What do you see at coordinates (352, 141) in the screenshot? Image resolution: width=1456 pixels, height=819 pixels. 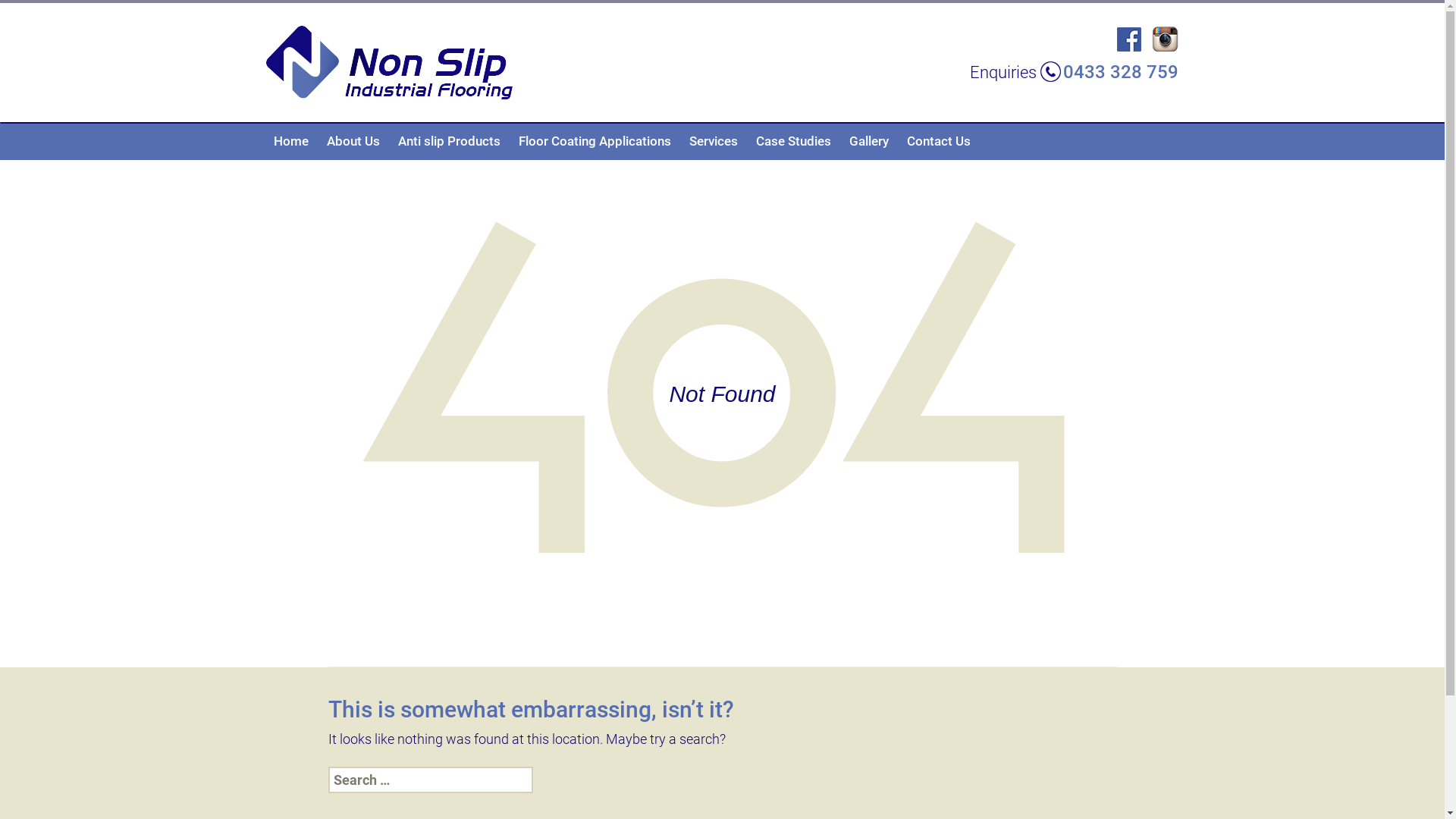 I see `'About Us'` at bounding box center [352, 141].